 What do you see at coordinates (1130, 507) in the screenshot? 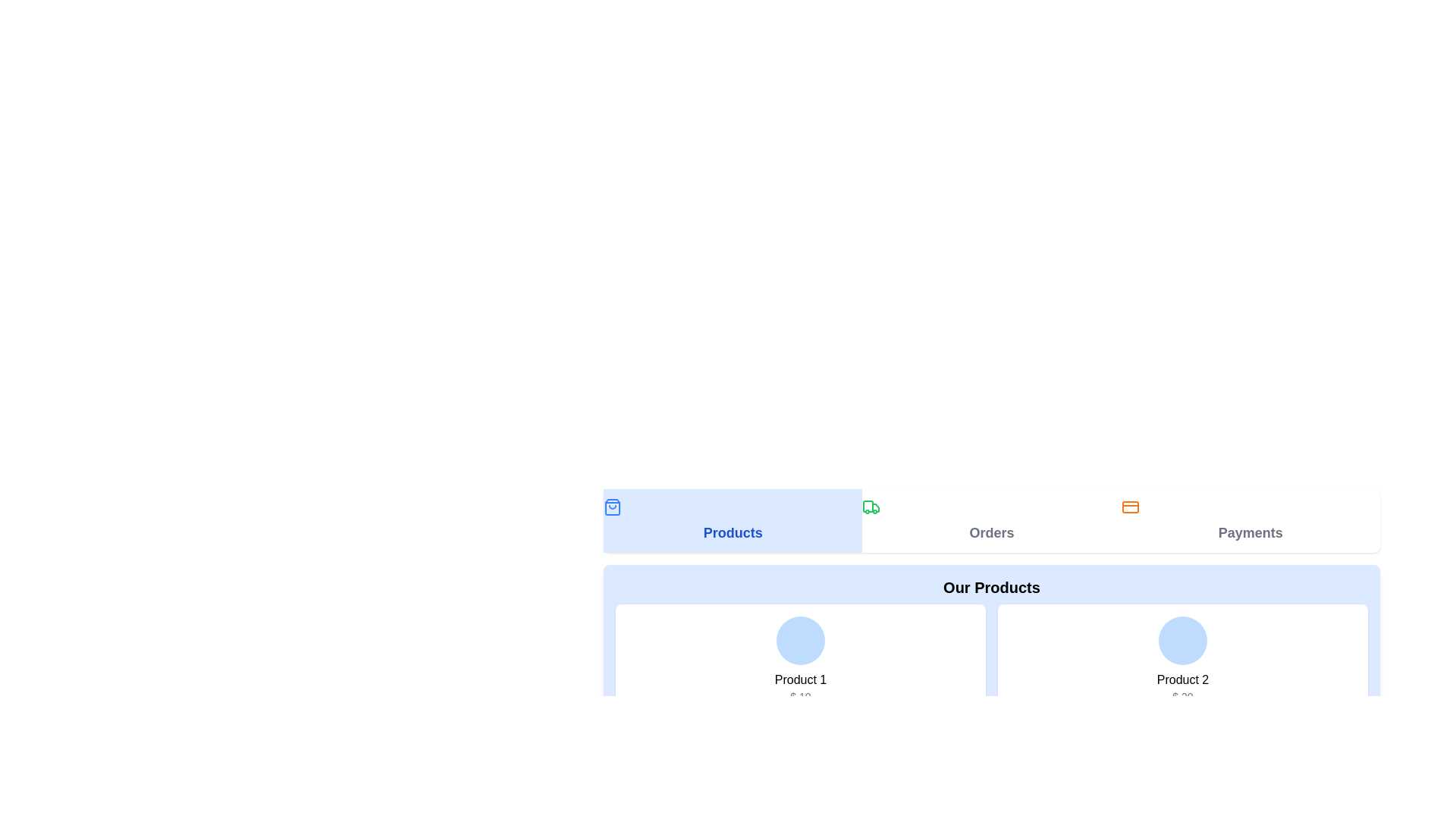
I see `the 'Payments' icon located in the navigation bar, positioned to the right of the 'Orders' section and directly above the 'Payments' label` at bounding box center [1130, 507].